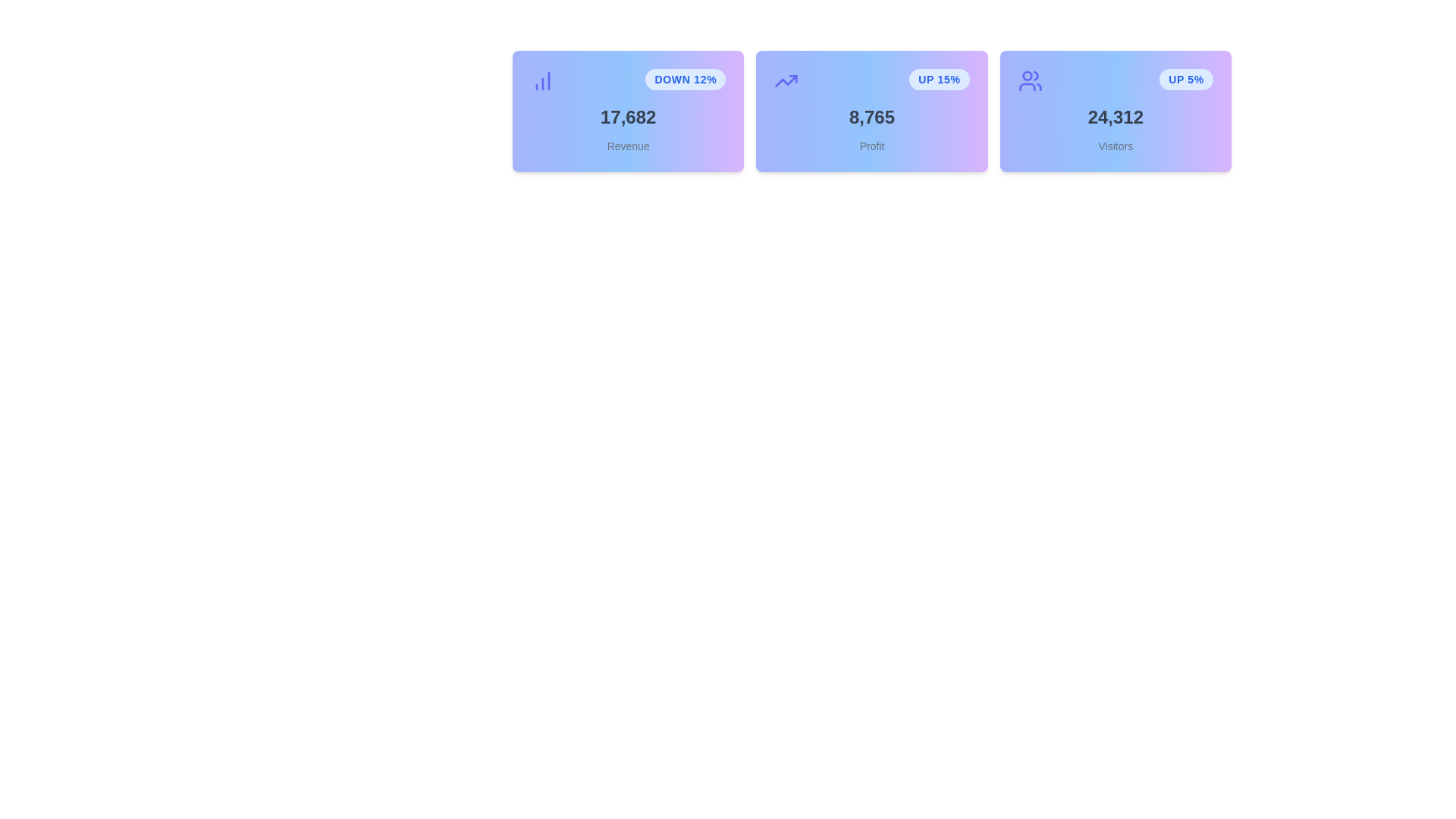 The height and width of the screenshot is (819, 1456). What do you see at coordinates (1030, 81) in the screenshot?
I see `the 'Visitors' icon located at the top-left corner of the third card, which displays '24,312 Visitors'` at bounding box center [1030, 81].